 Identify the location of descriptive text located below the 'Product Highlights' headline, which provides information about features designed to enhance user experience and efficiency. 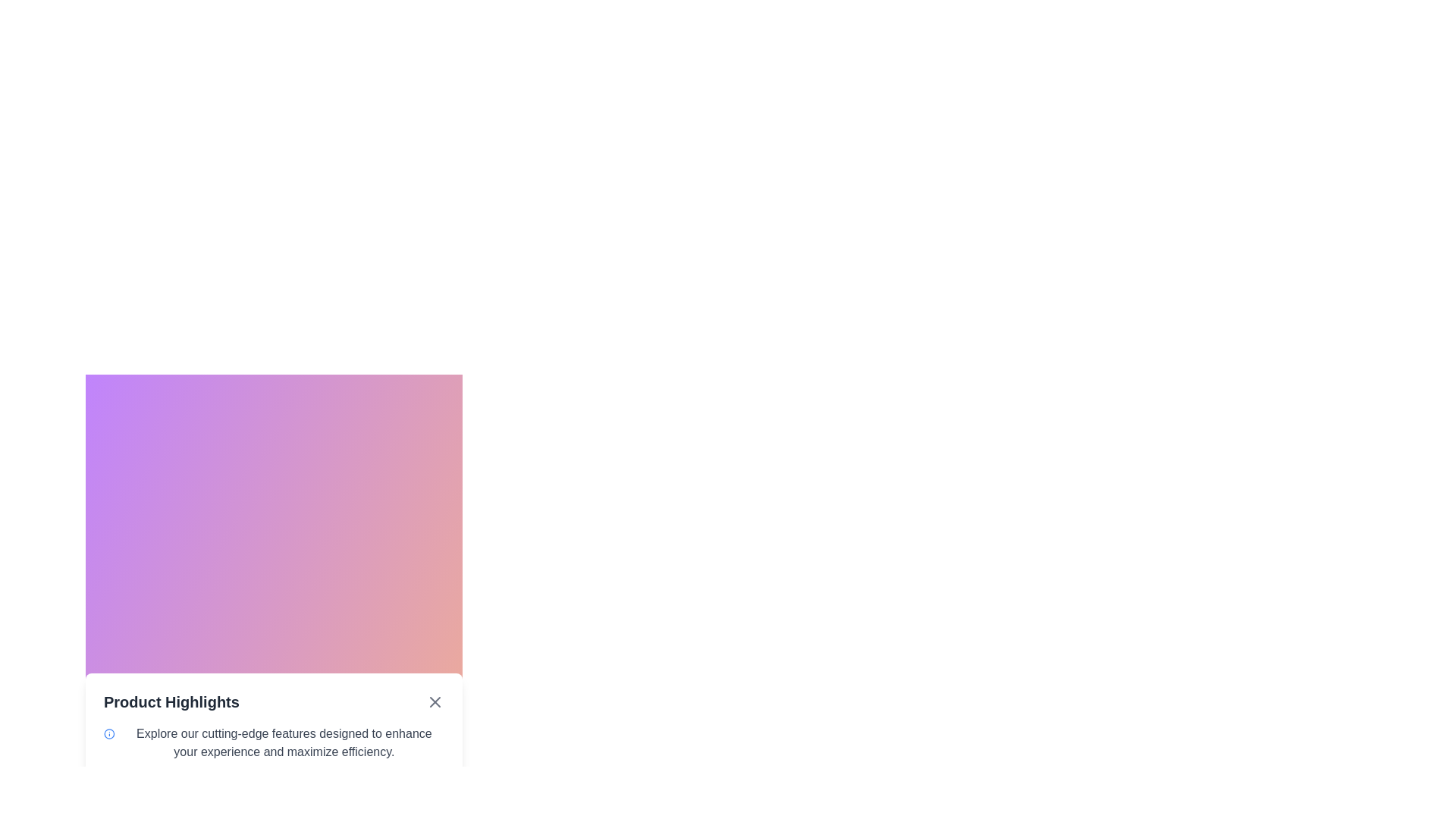
(284, 742).